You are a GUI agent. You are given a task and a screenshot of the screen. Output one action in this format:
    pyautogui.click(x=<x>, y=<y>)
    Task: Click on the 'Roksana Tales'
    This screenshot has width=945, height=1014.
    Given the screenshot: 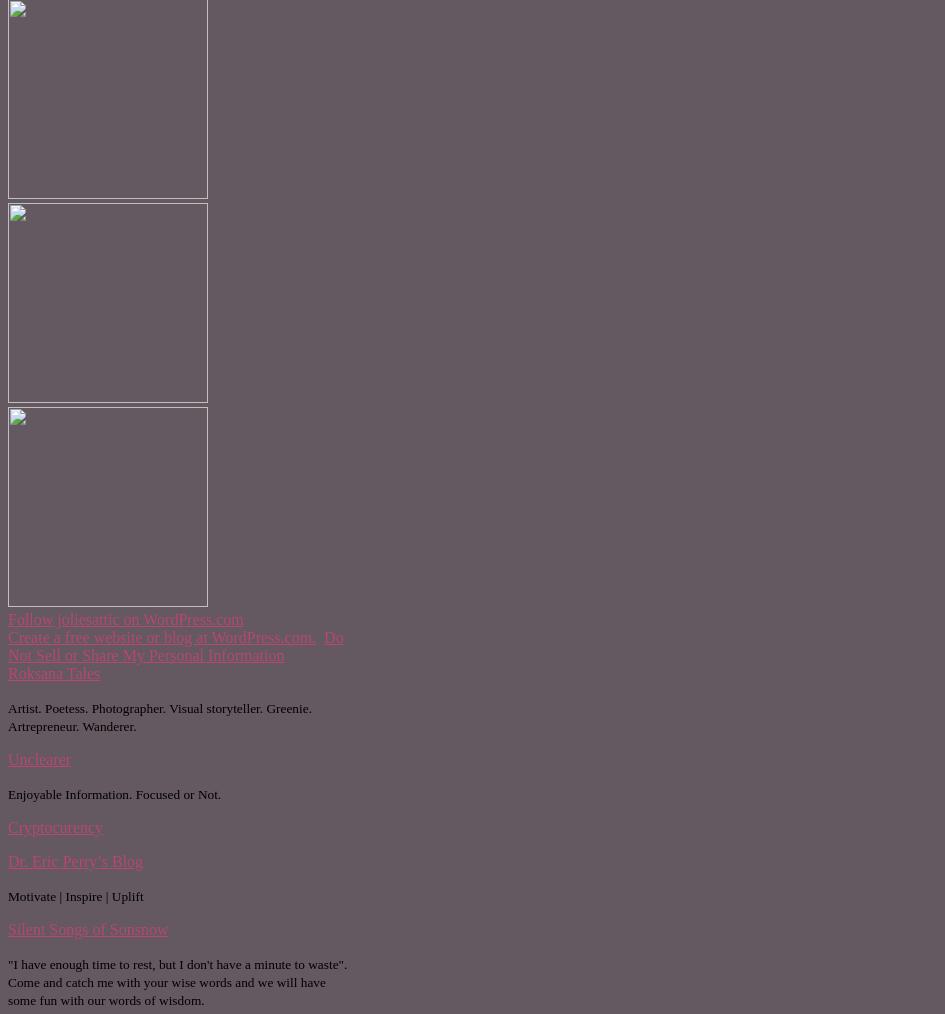 What is the action you would take?
    pyautogui.click(x=53, y=672)
    